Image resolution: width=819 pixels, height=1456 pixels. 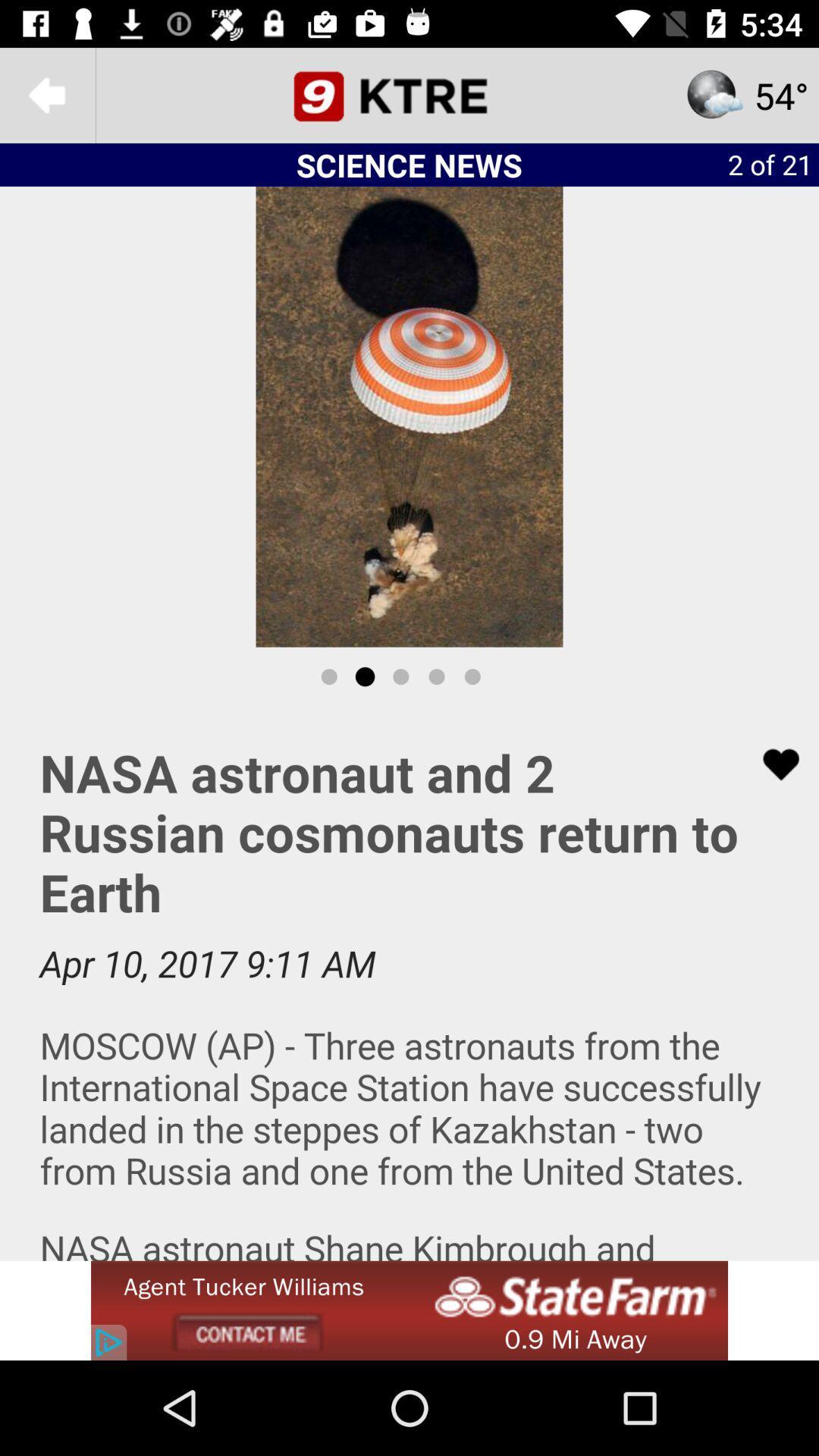 What do you see at coordinates (46, 94) in the screenshot?
I see `the arrow_backward icon` at bounding box center [46, 94].